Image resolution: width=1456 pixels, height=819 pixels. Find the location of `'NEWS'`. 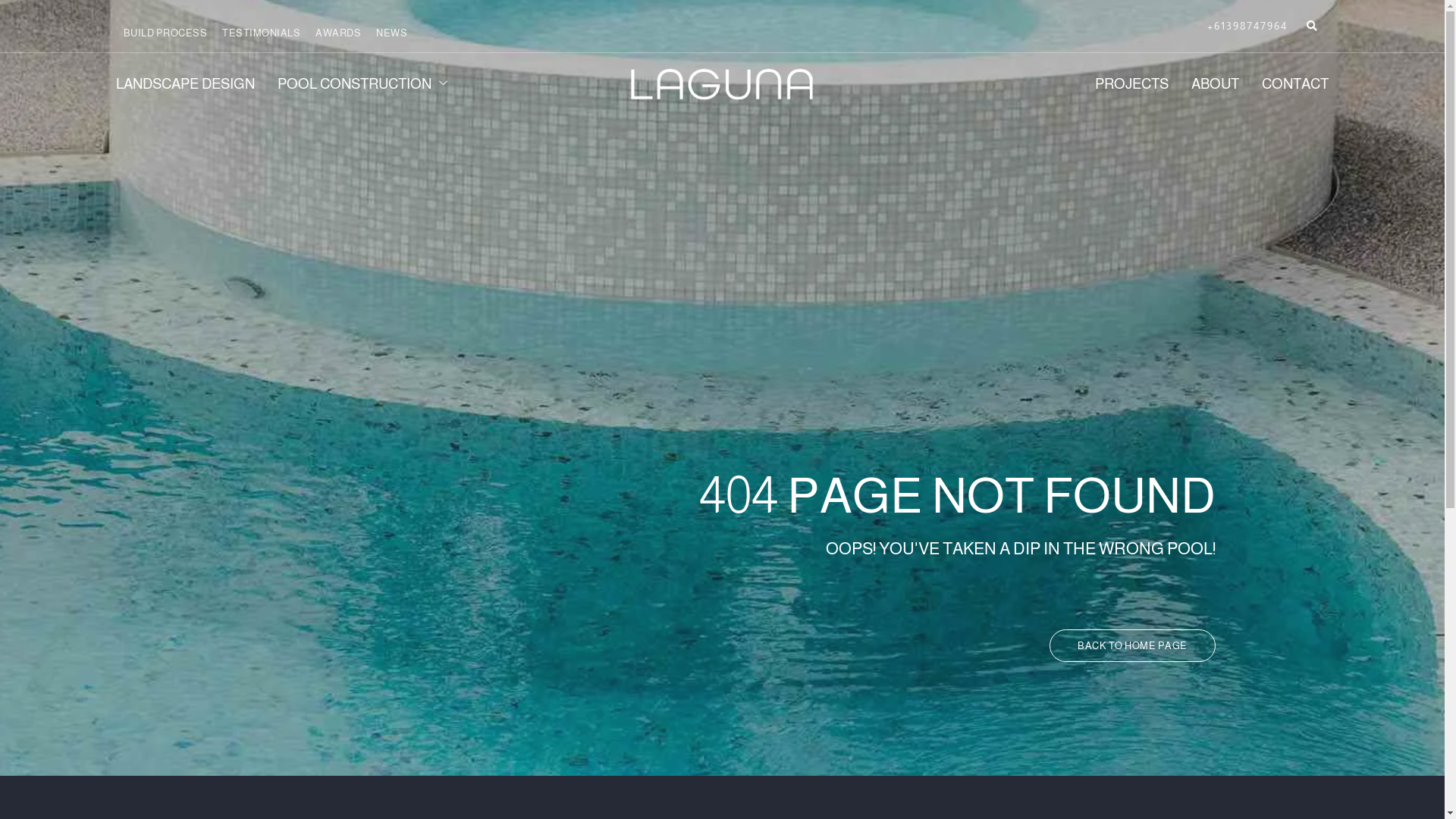

'NEWS' is located at coordinates (391, 33).